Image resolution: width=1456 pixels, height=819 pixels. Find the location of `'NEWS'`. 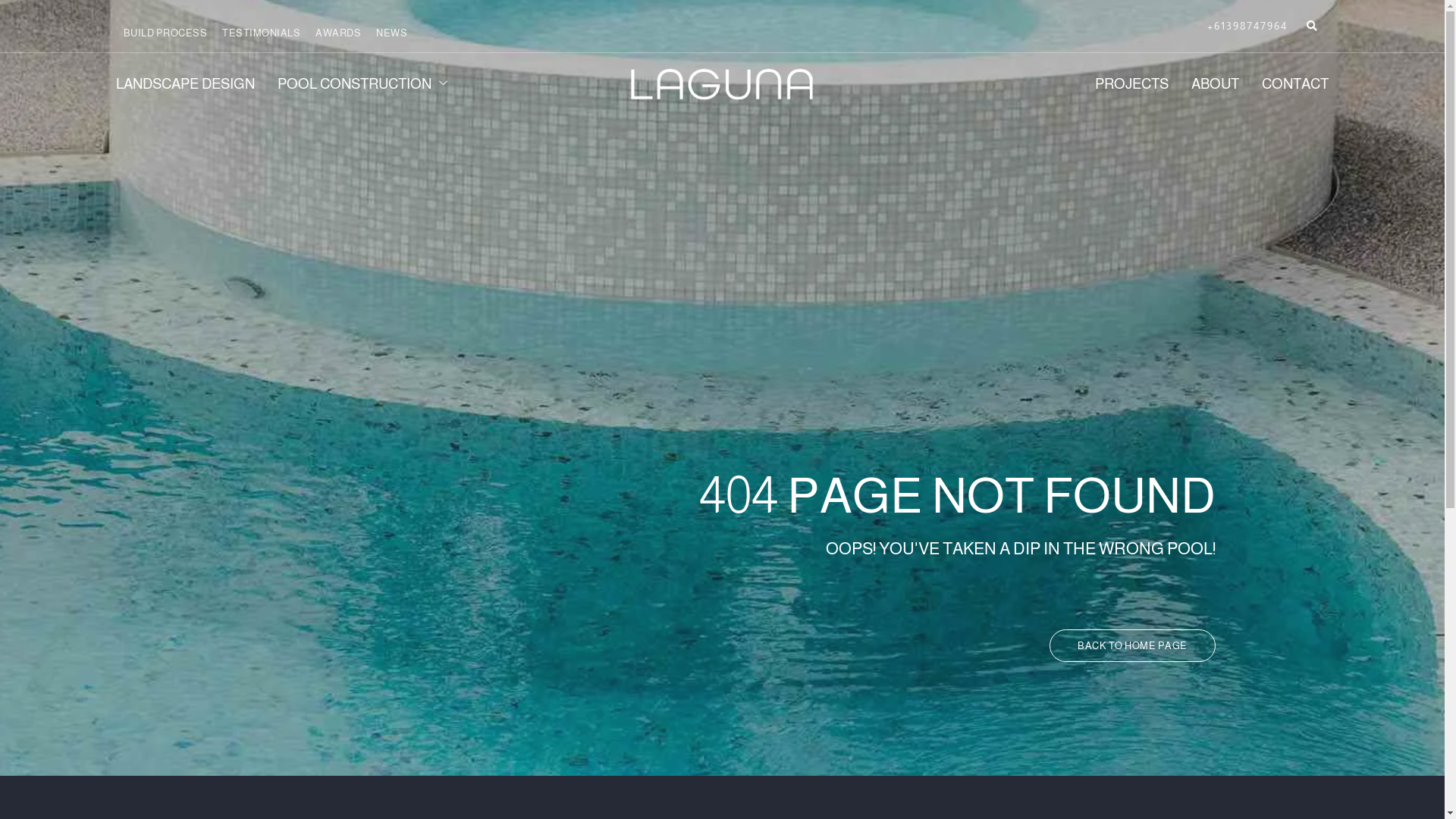

'NEWS' is located at coordinates (391, 33).